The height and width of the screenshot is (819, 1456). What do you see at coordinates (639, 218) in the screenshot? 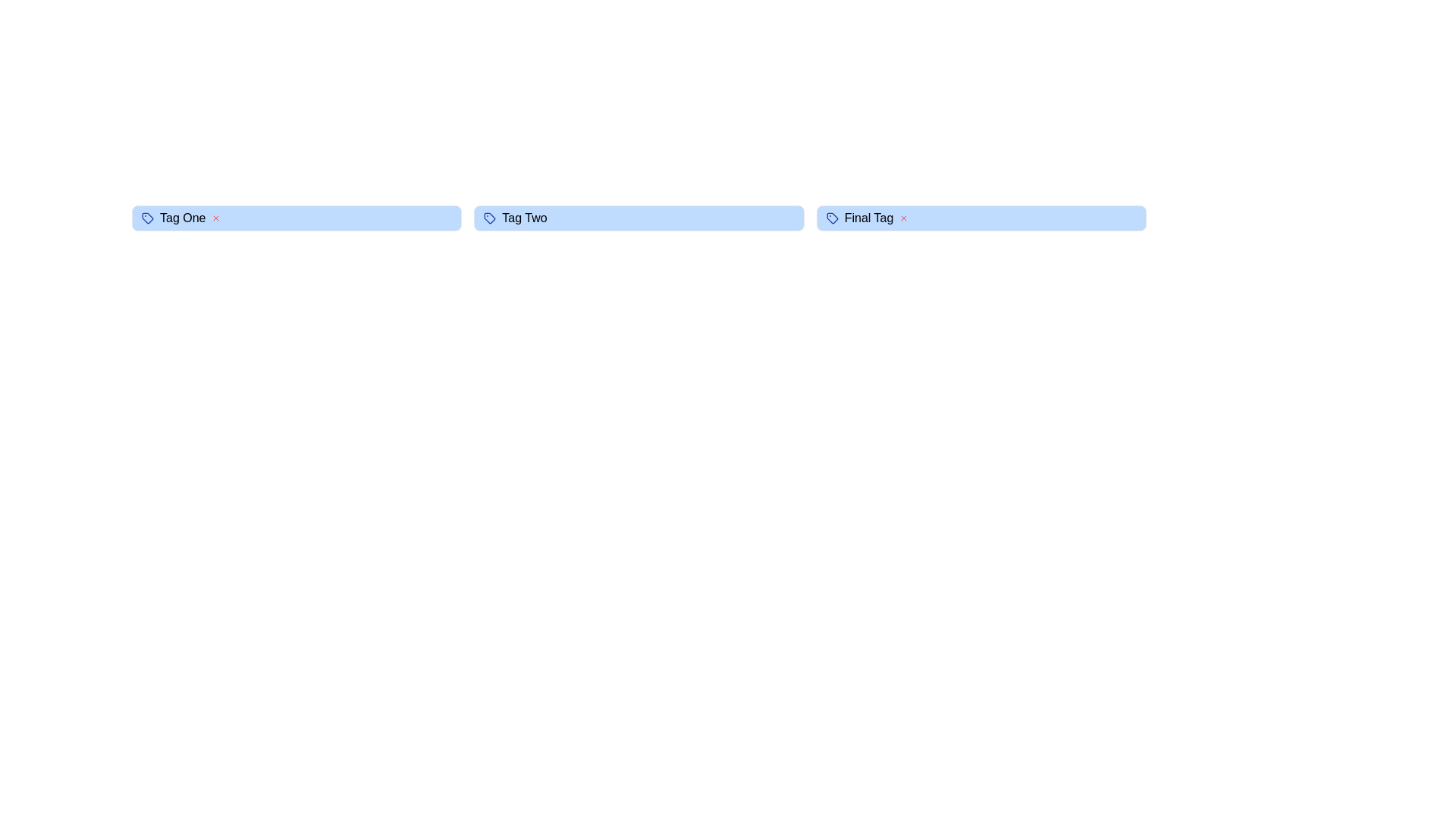
I see `the second tag in a horizontal arrangement, which is positioned between 'Tag One' and 'Final Tag'` at bounding box center [639, 218].